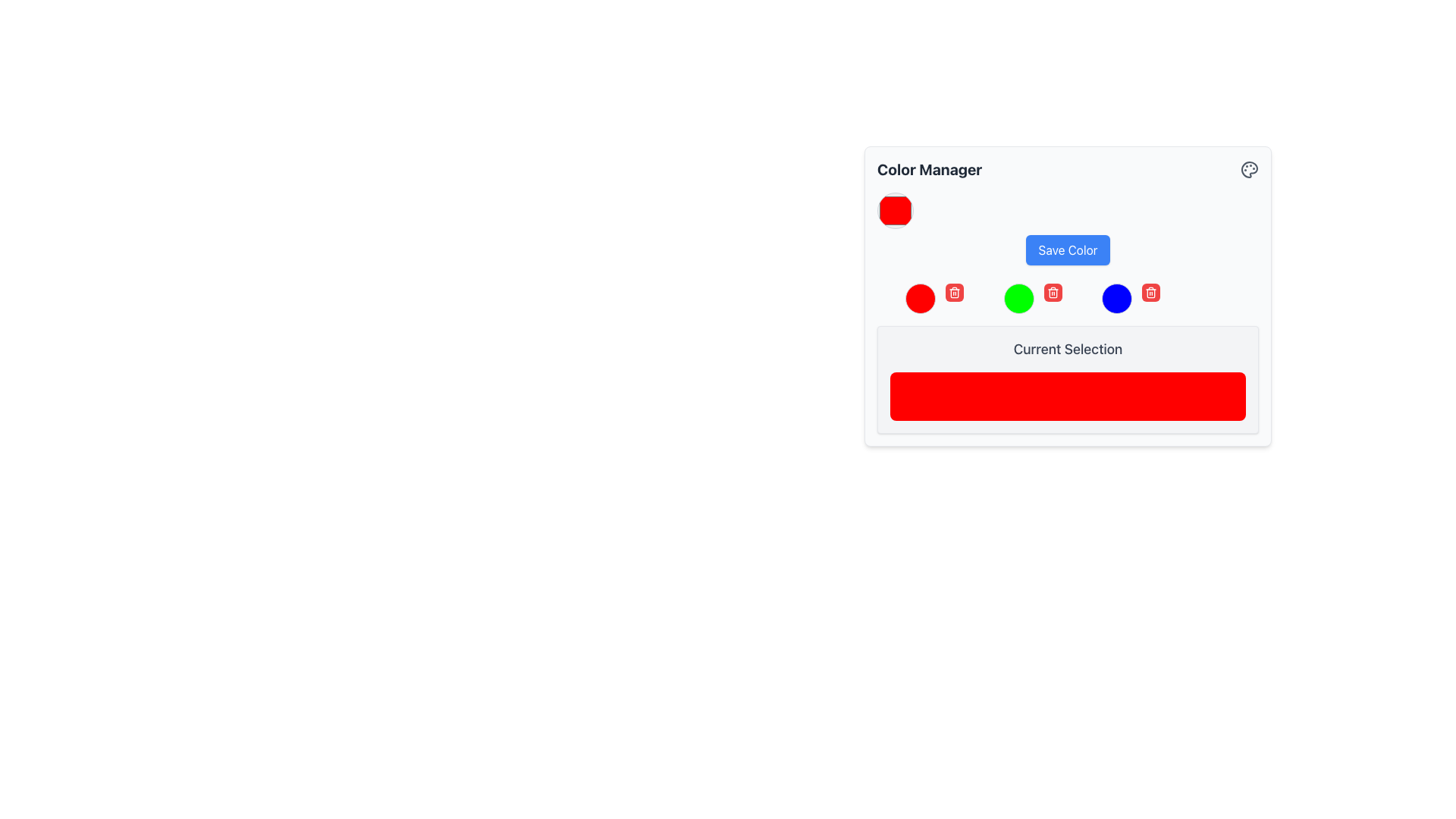 The height and width of the screenshot is (819, 1456). What do you see at coordinates (895, 210) in the screenshot?
I see `the small circular red button located at the top-left corner of the Color Manager section` at bounding box center [895, 210].